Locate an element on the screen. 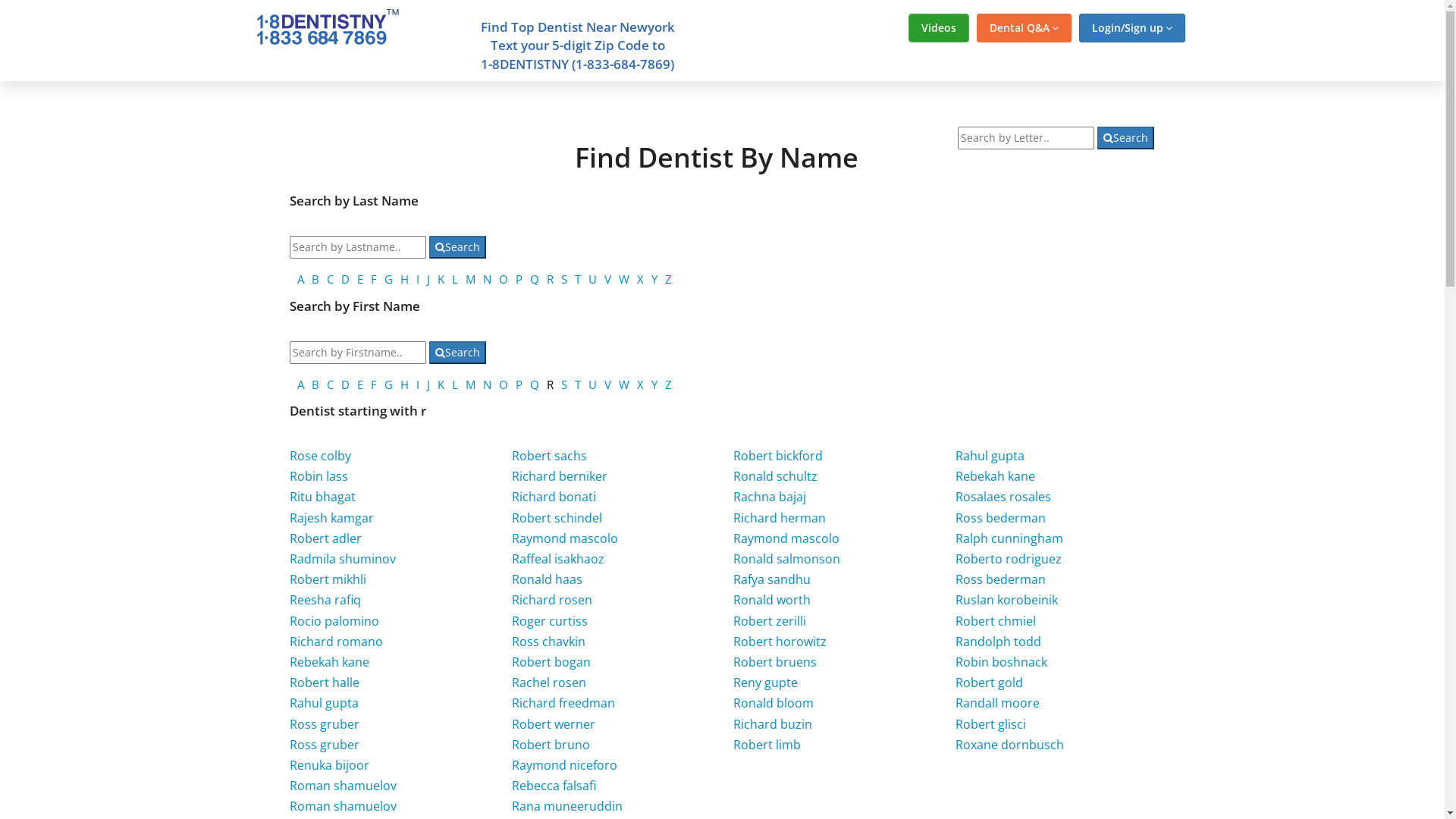 Image resolution: width=1456 pixels, height=819 pixels. 'S' is located at coordinates (563, 278).